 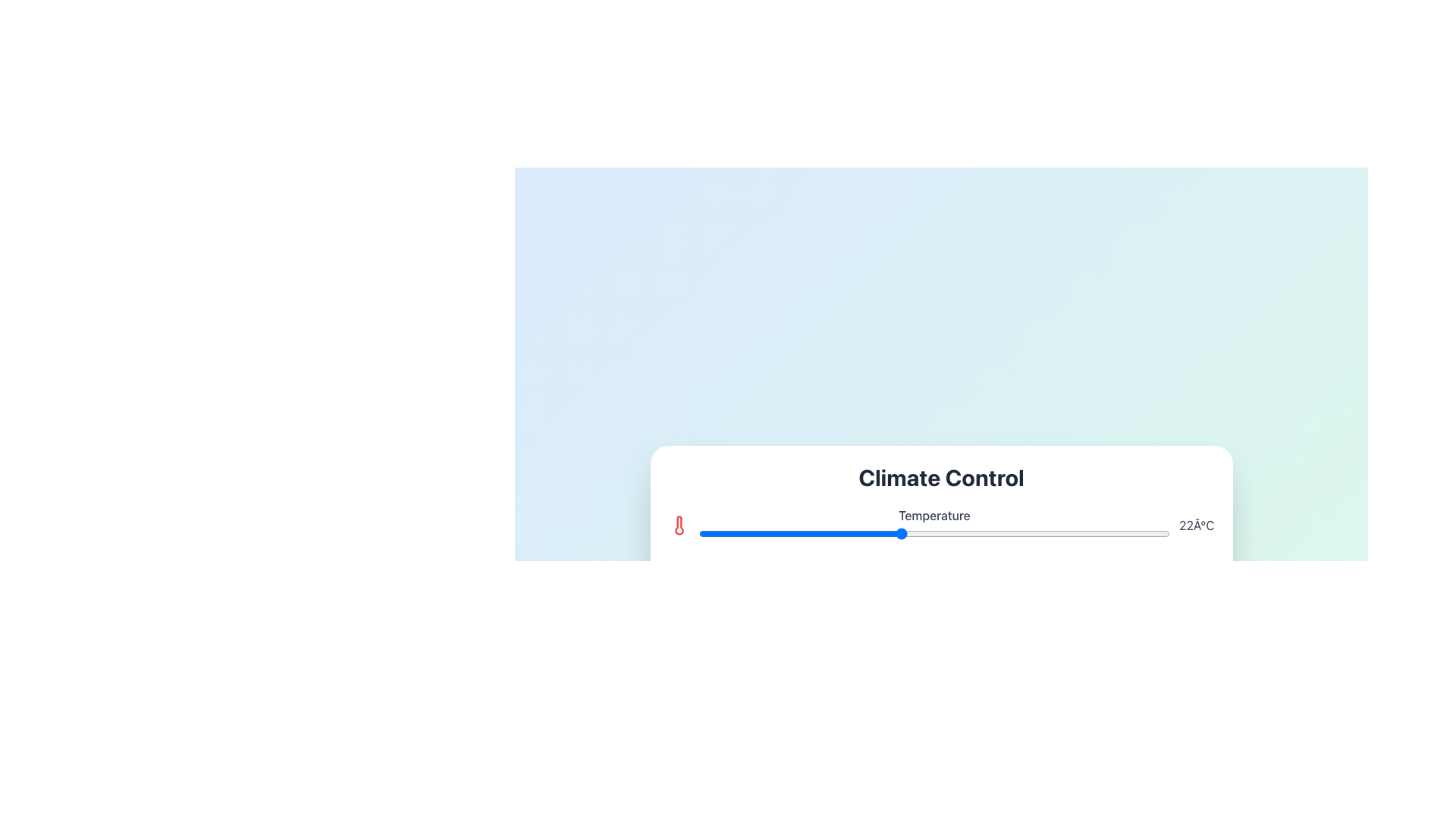 What do you see at coordinates (934, 533) in the screenshot?
I see `the temperature slider` at bounding box center [934, 533].